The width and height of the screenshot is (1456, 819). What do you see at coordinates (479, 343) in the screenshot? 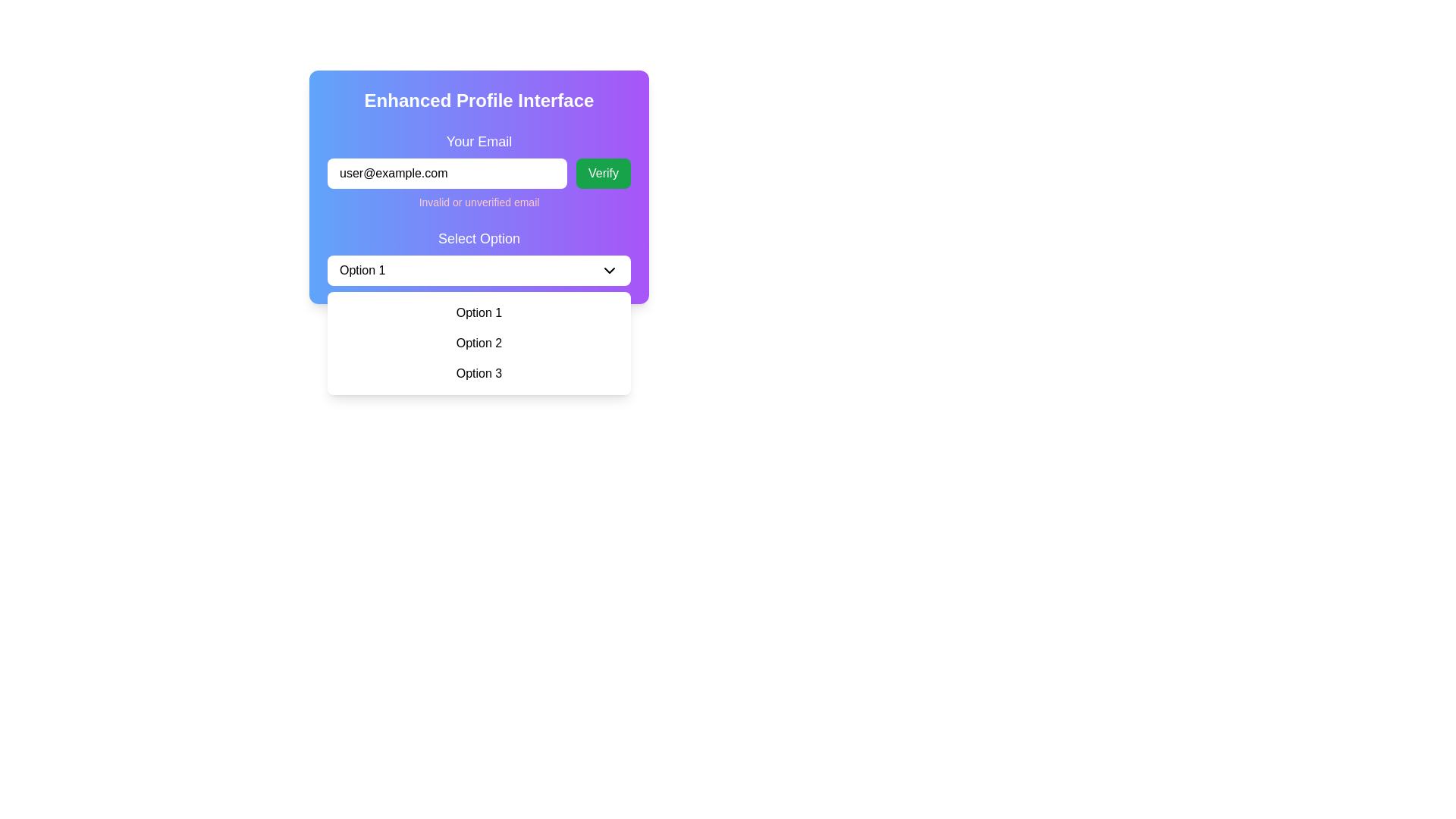
I see `the dropdown menu located under the 'Select Option' label, which presents options 'Option 1', 'Option 2', or 'Option 3'` at bounding box center [479, 343].